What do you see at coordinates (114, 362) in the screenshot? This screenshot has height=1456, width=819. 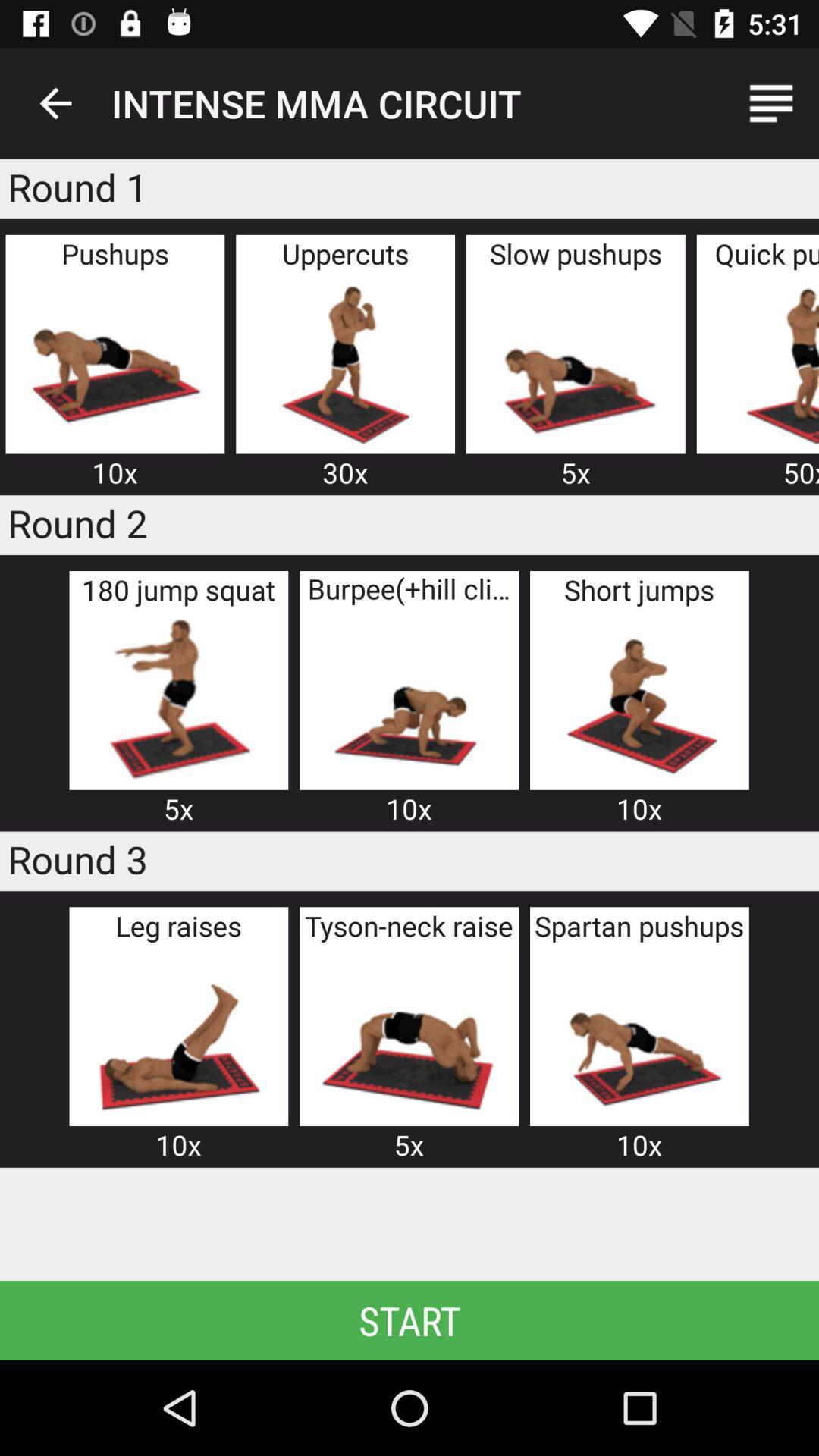 I see `pushup` at bounding box center [114, 362].